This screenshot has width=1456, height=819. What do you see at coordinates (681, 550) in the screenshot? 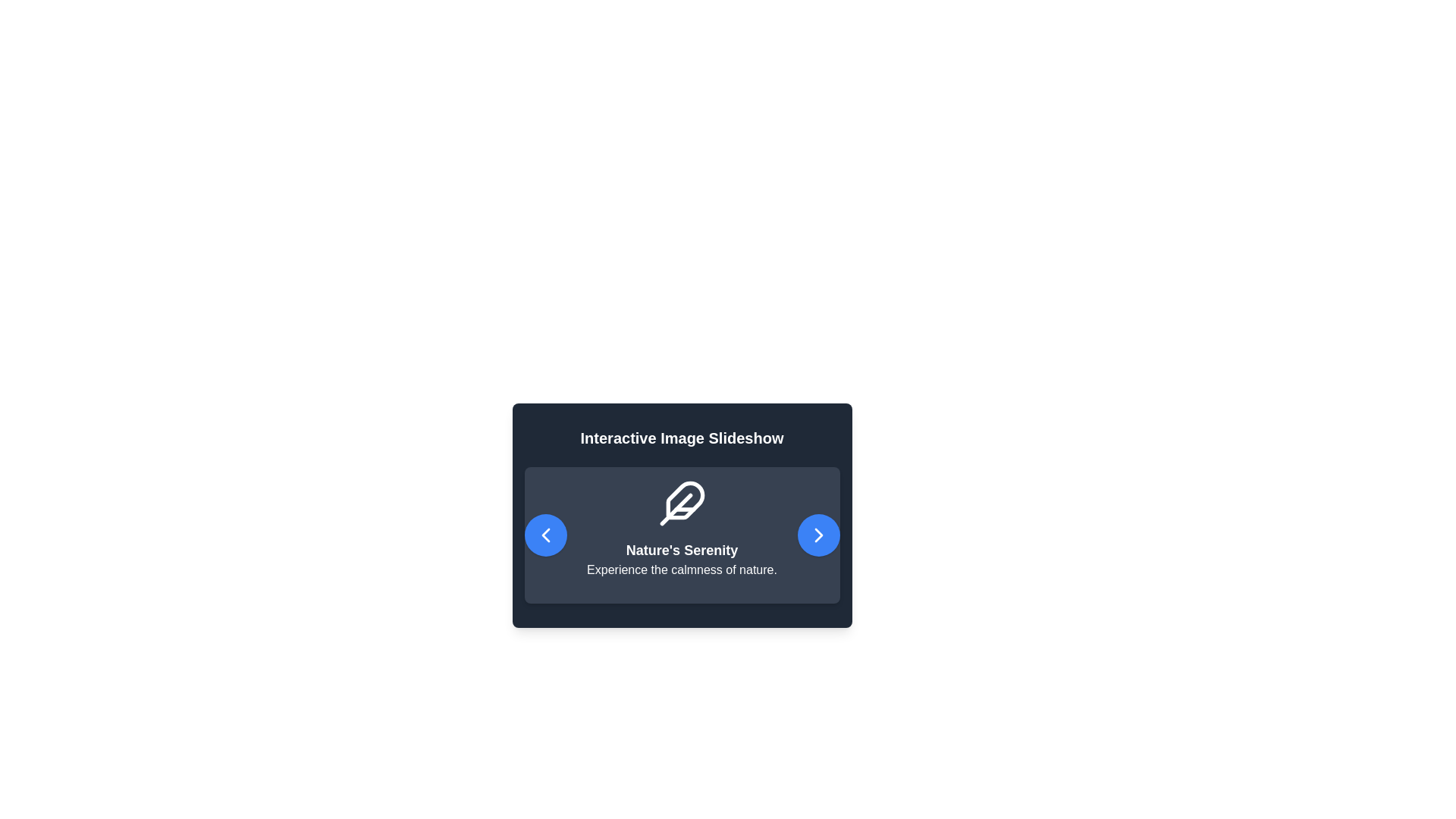
I see `text of the title element labeled 'Nature's Serenity', which is centrally located within its card component, positioned above the smaller text element and below the feather icon` at bounding box center [681, 550].